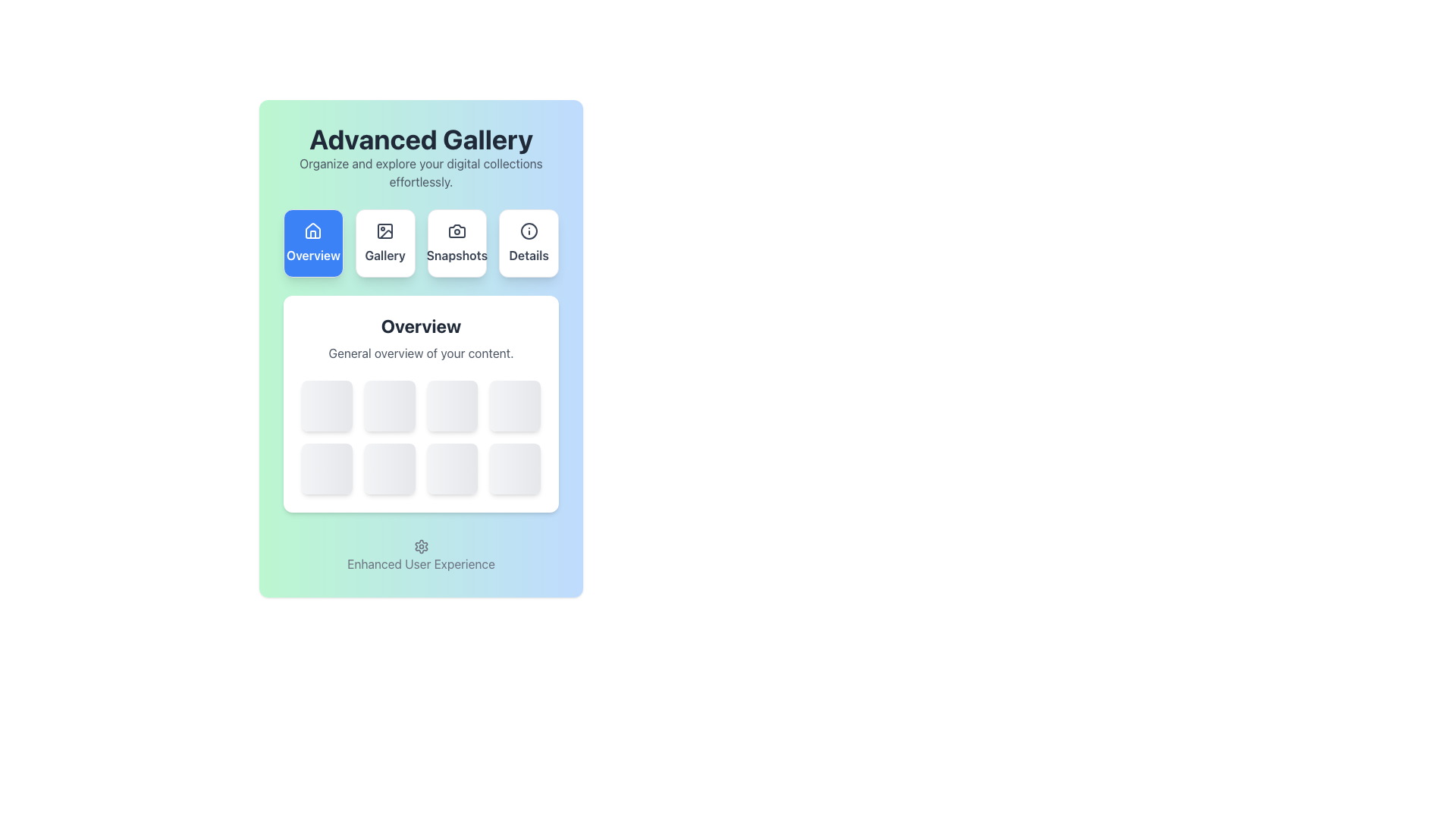 The width and height of the screenshot is (1456, 819). Describe the element at coordinates (421, 547) in the screenshot. I see `the gear-shaped icon located near the bottom center of the interface, above the label 'Enhanced User Experience'` at that location.